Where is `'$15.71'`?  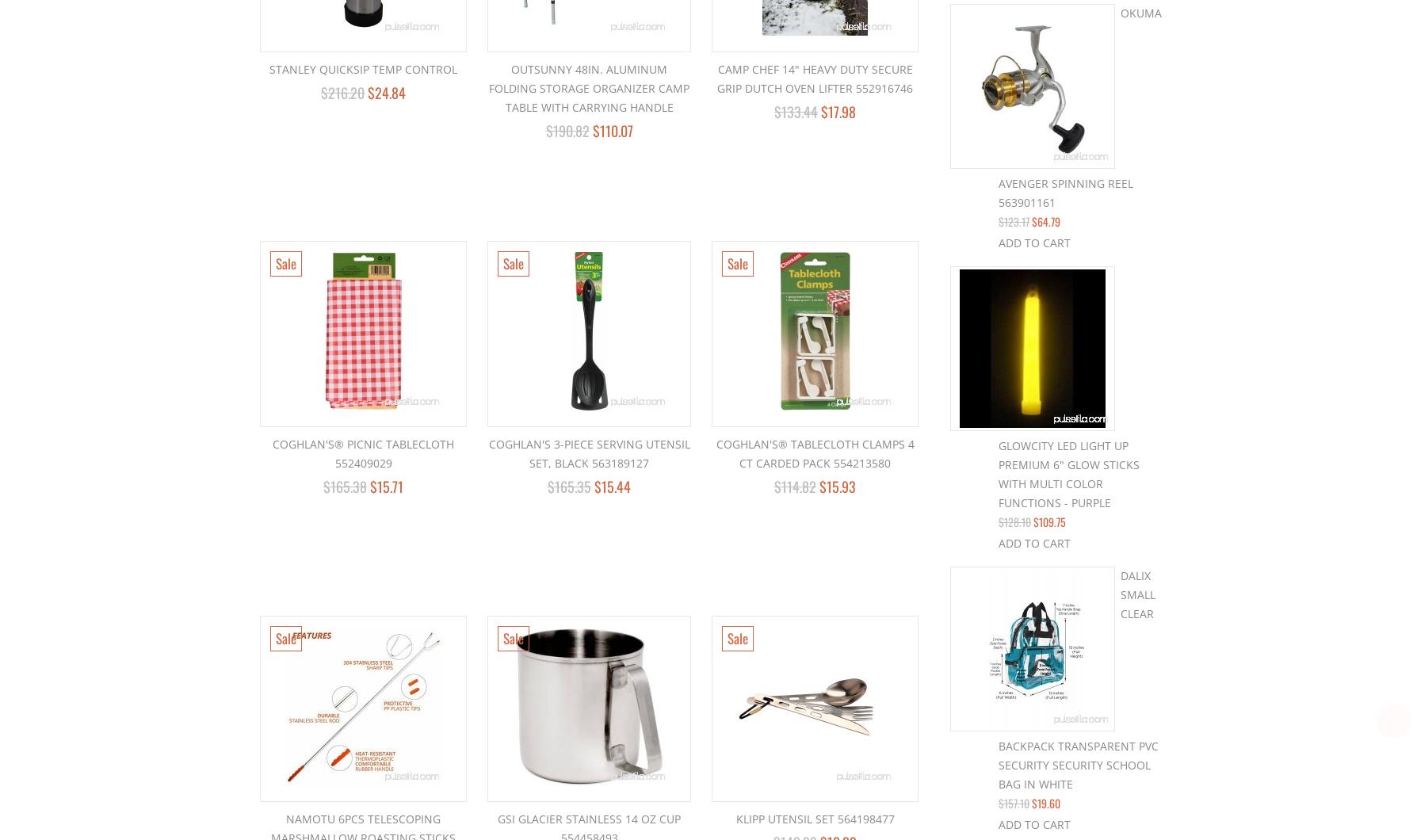
'$15.71' is located at coordinates (370, 486).